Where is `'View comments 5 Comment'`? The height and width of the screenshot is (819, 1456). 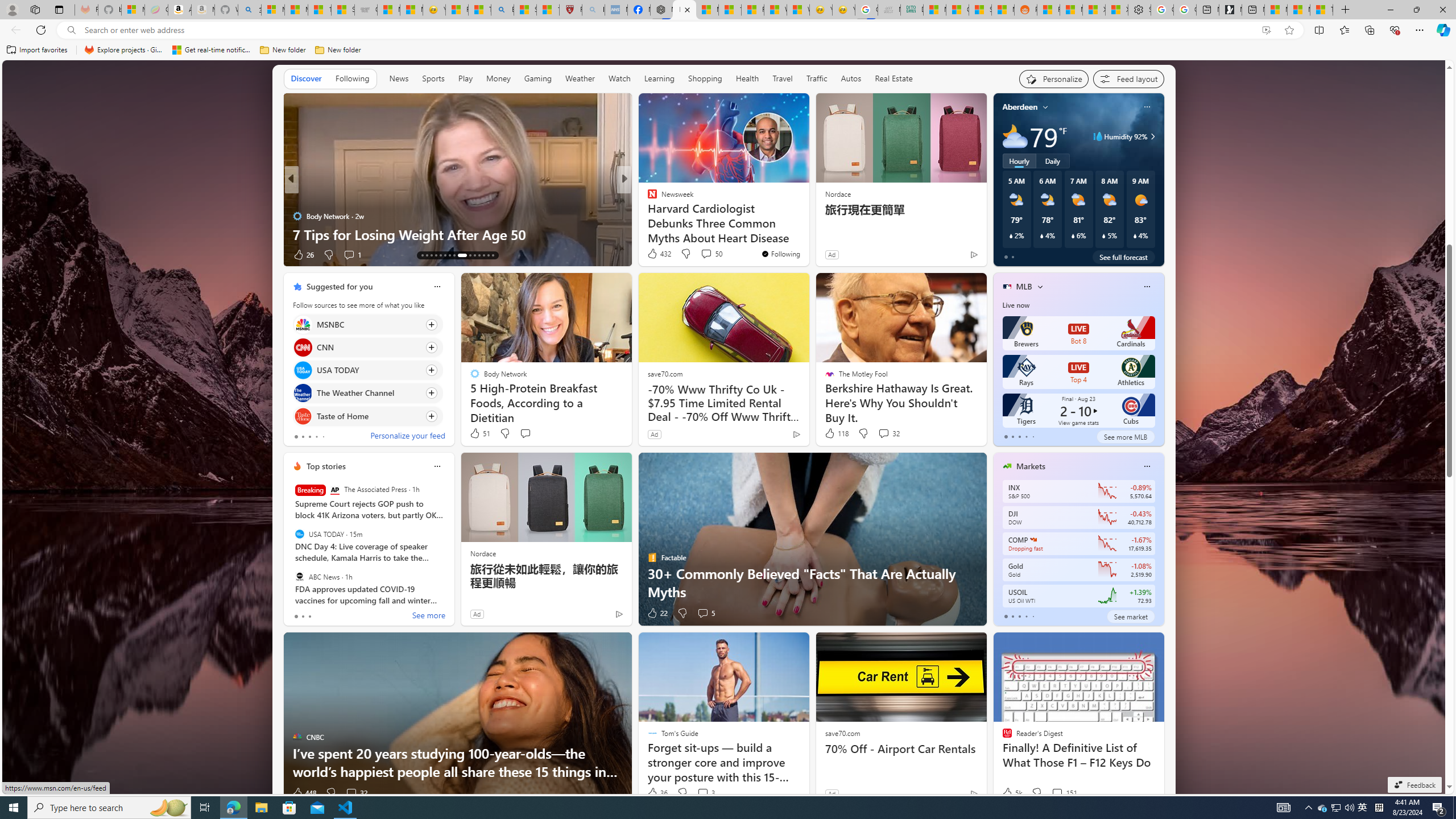 'View comments 5 Comment' is located at coordinates (705, 612).